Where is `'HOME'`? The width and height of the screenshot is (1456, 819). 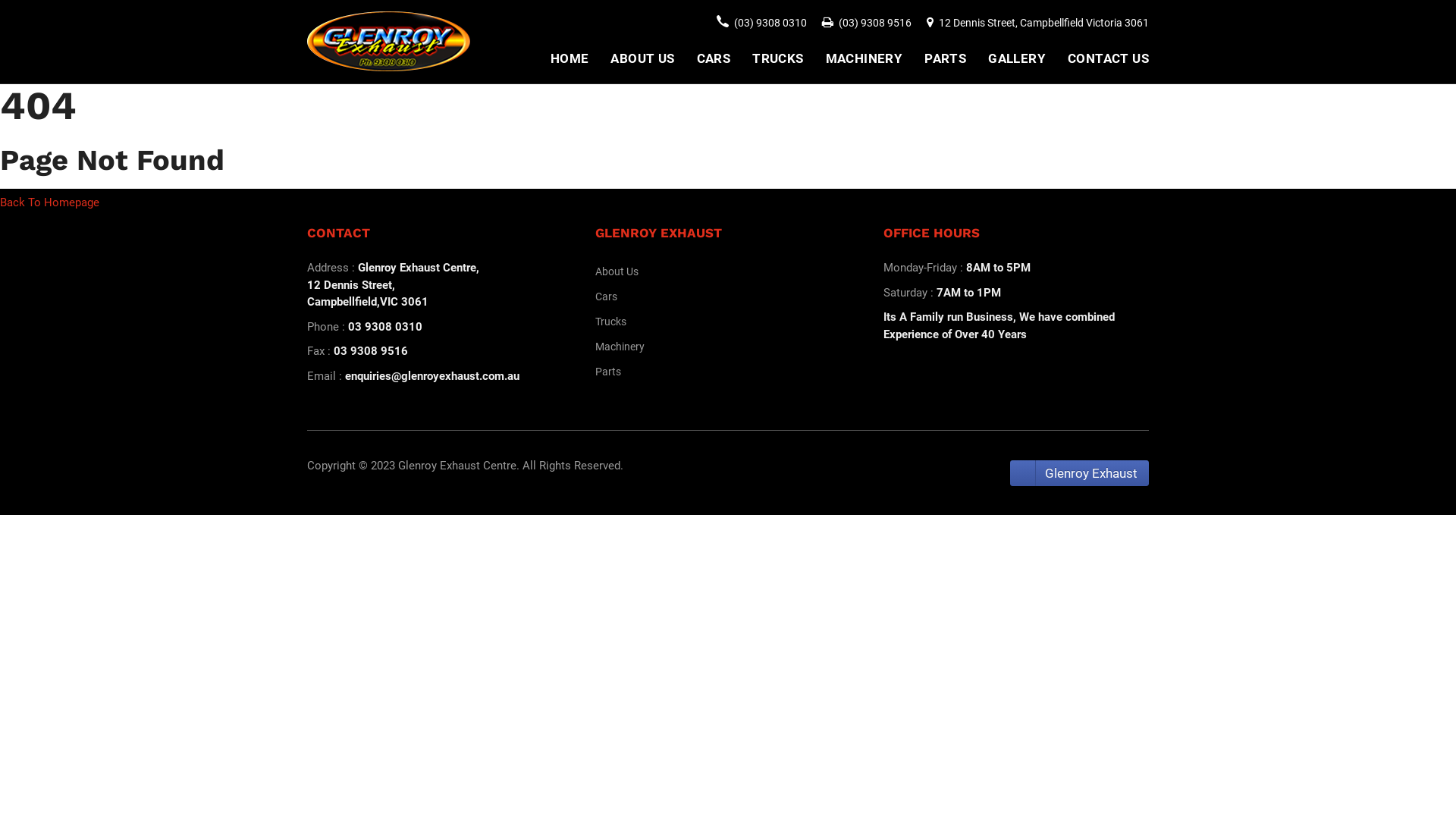 'HOME' is located at coordinates (569, 58).